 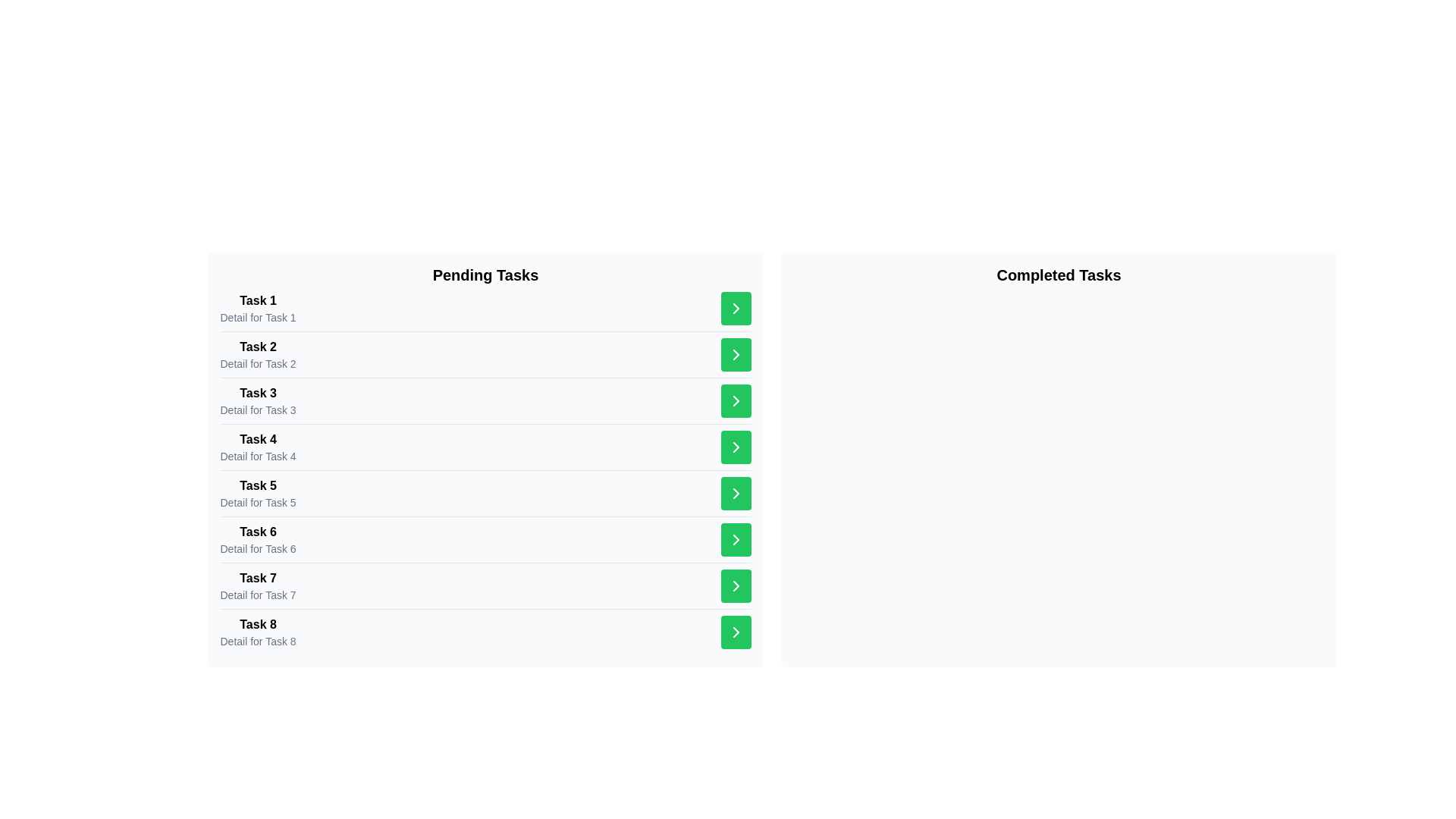 I want to click on the 'Task 8' text element located at the top of the 'Pending Tasks' section, which is characterized by bold and larger typography, so click(x=258, y=625).